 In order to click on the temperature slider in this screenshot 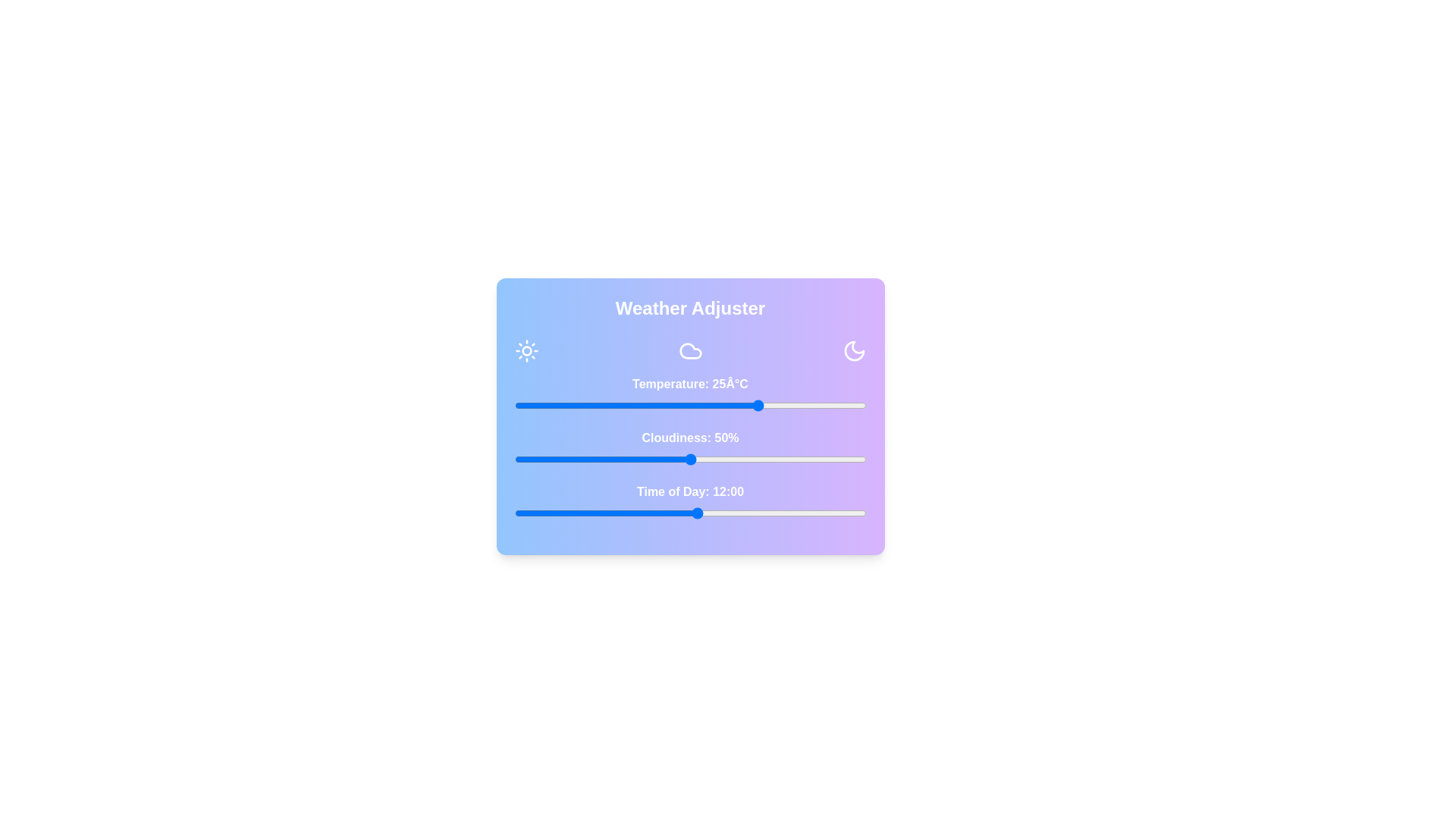, I will do `click(577, 405)`.